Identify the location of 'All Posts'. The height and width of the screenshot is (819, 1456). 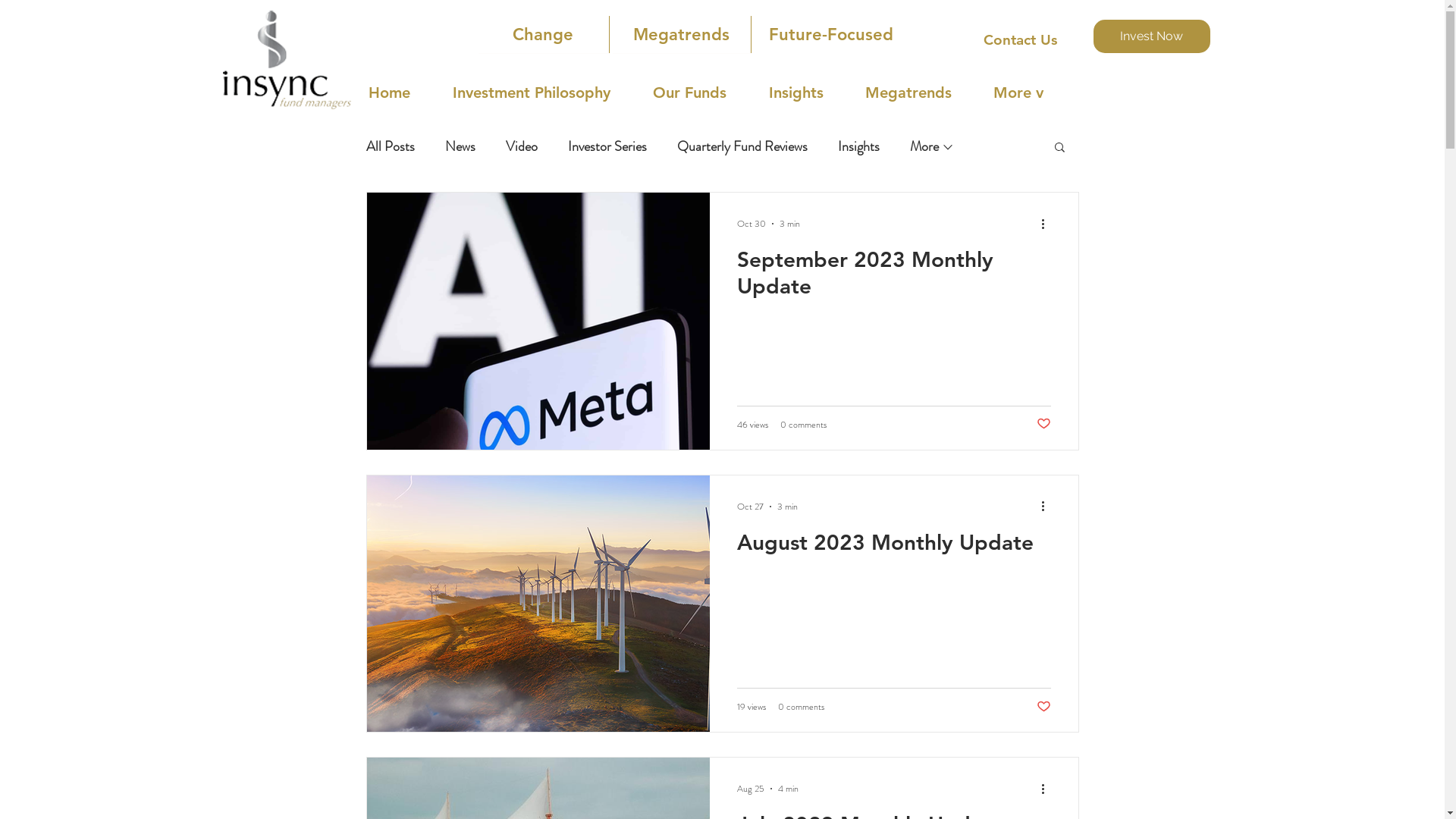
(389, 146).